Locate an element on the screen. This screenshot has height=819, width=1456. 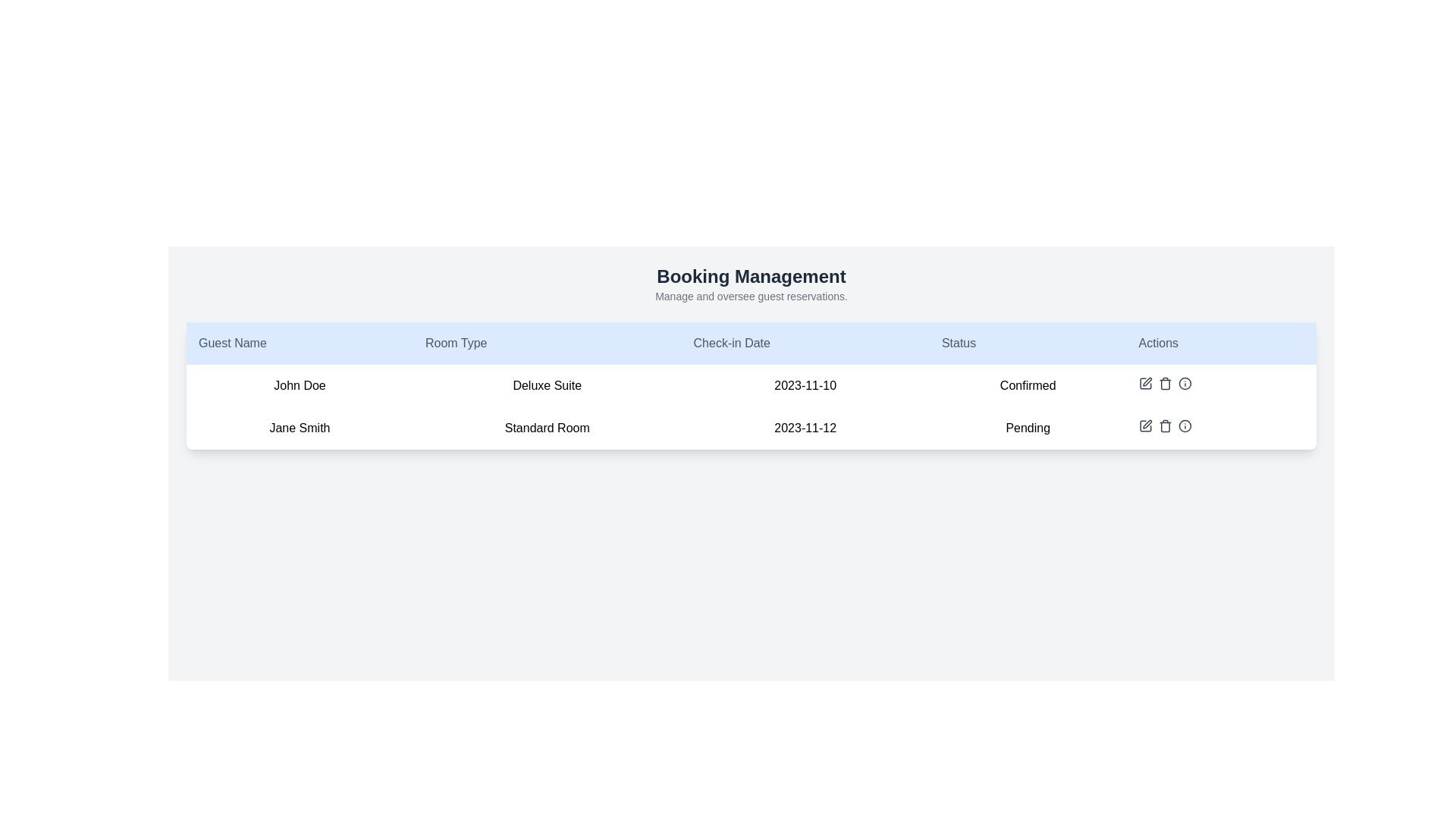
text content from the Table Header Row that labels the columns of guest details such as name, room type, check-in date, status, and actions is located at coordinates (751, 343).